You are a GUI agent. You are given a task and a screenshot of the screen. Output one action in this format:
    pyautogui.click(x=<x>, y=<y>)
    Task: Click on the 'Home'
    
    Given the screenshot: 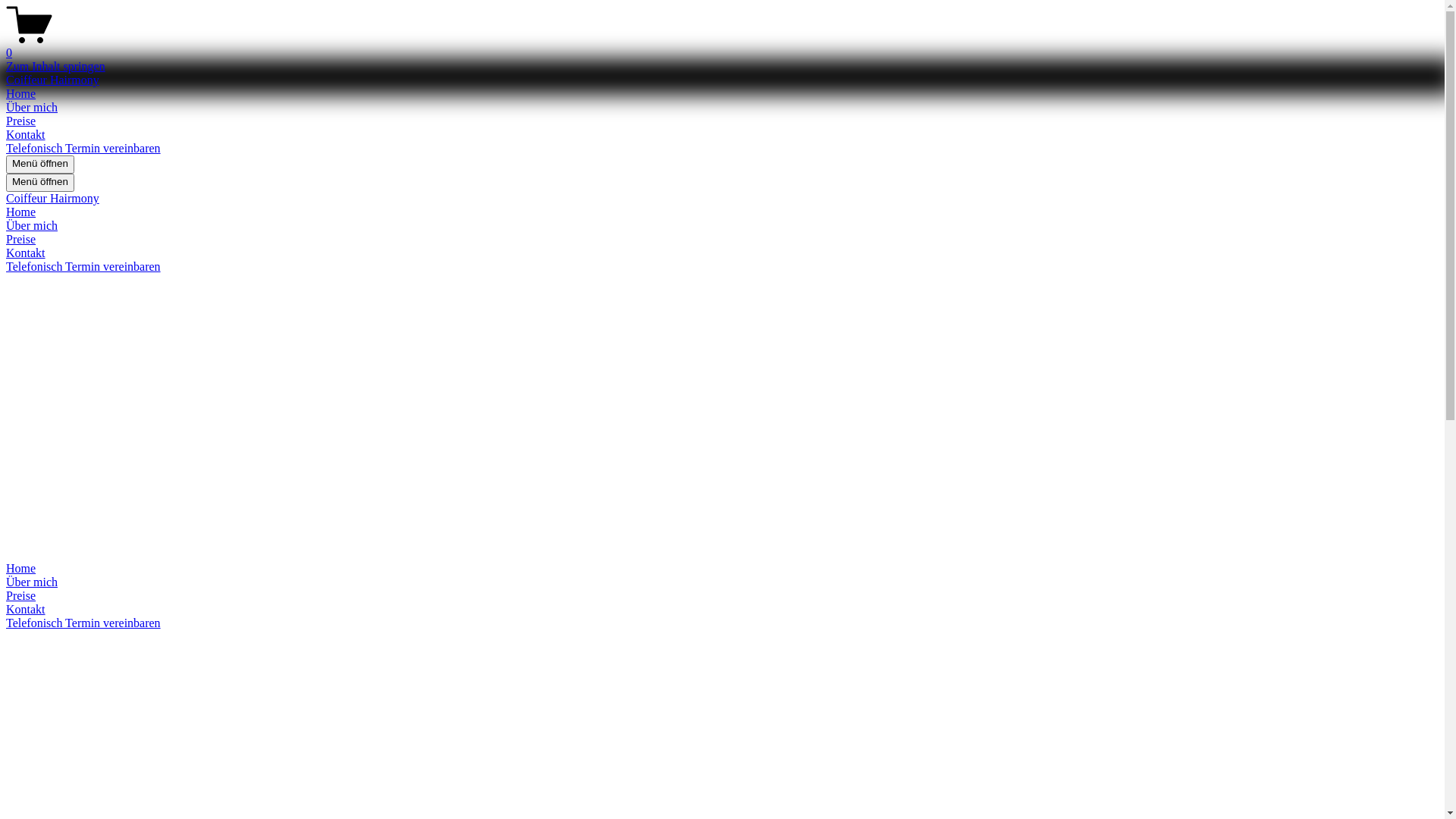 What is the action you would take?
    pyautogui.click(x=20, y=212)
    